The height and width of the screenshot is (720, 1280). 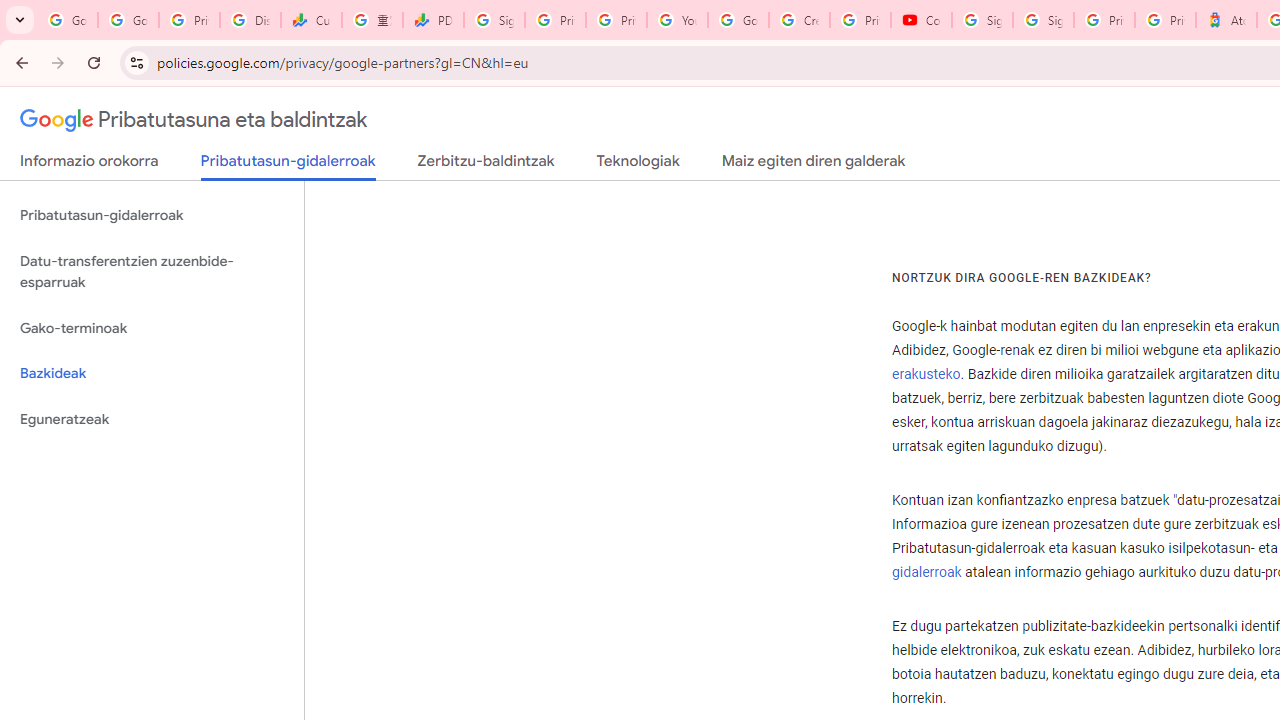 What do you see at coordinates (1225, 20) in the screenshot?
I see `'Atour Hotel - Google hotels'` at bounding box center [1225, 20].